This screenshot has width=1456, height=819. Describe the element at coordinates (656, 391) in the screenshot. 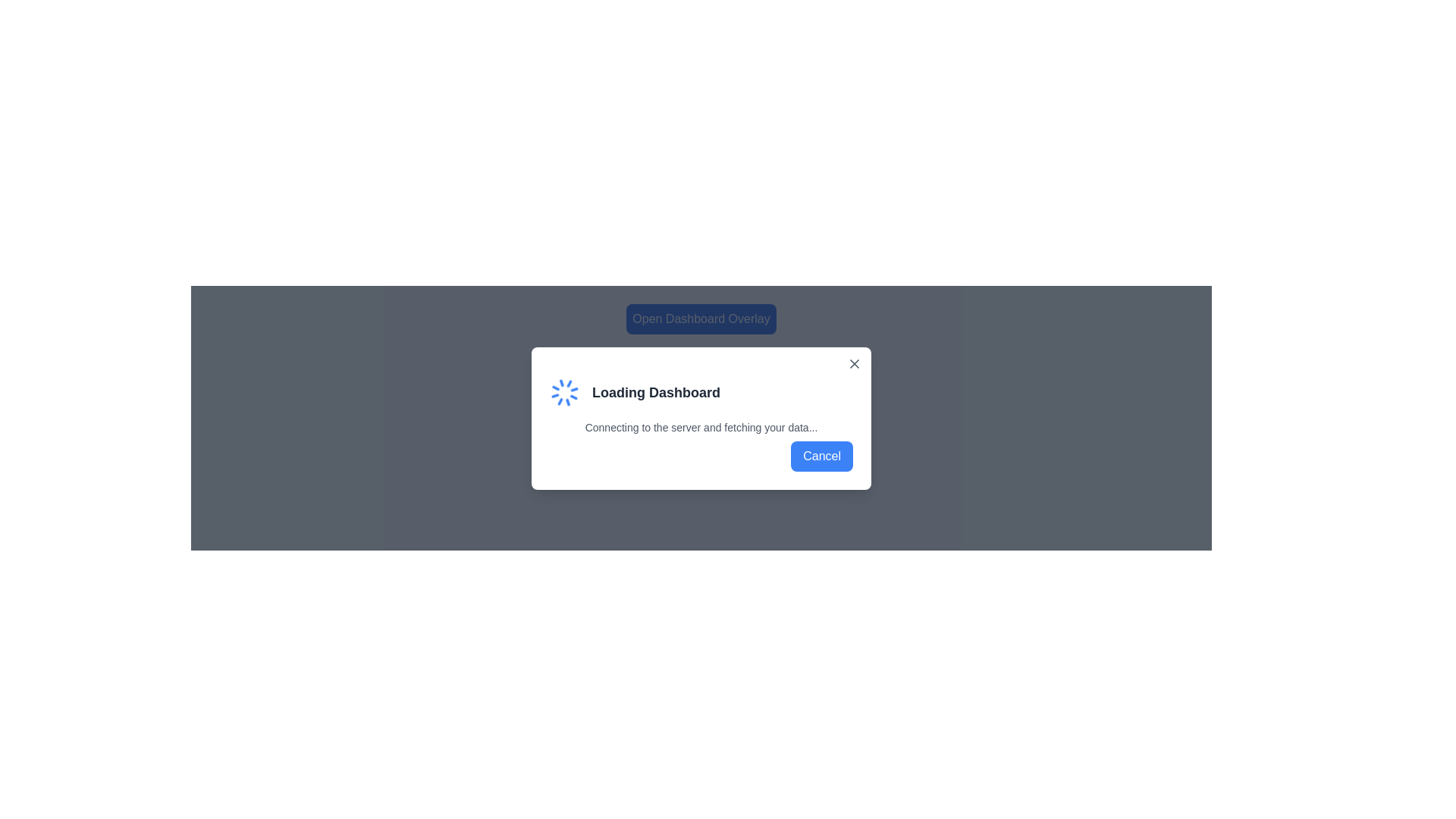

I see `the 'Loading Dashboard' text label displayed in a modal dialog box, which is styled with a large, bold, dark gray font and is positioned near the center of the dialog` at that location.